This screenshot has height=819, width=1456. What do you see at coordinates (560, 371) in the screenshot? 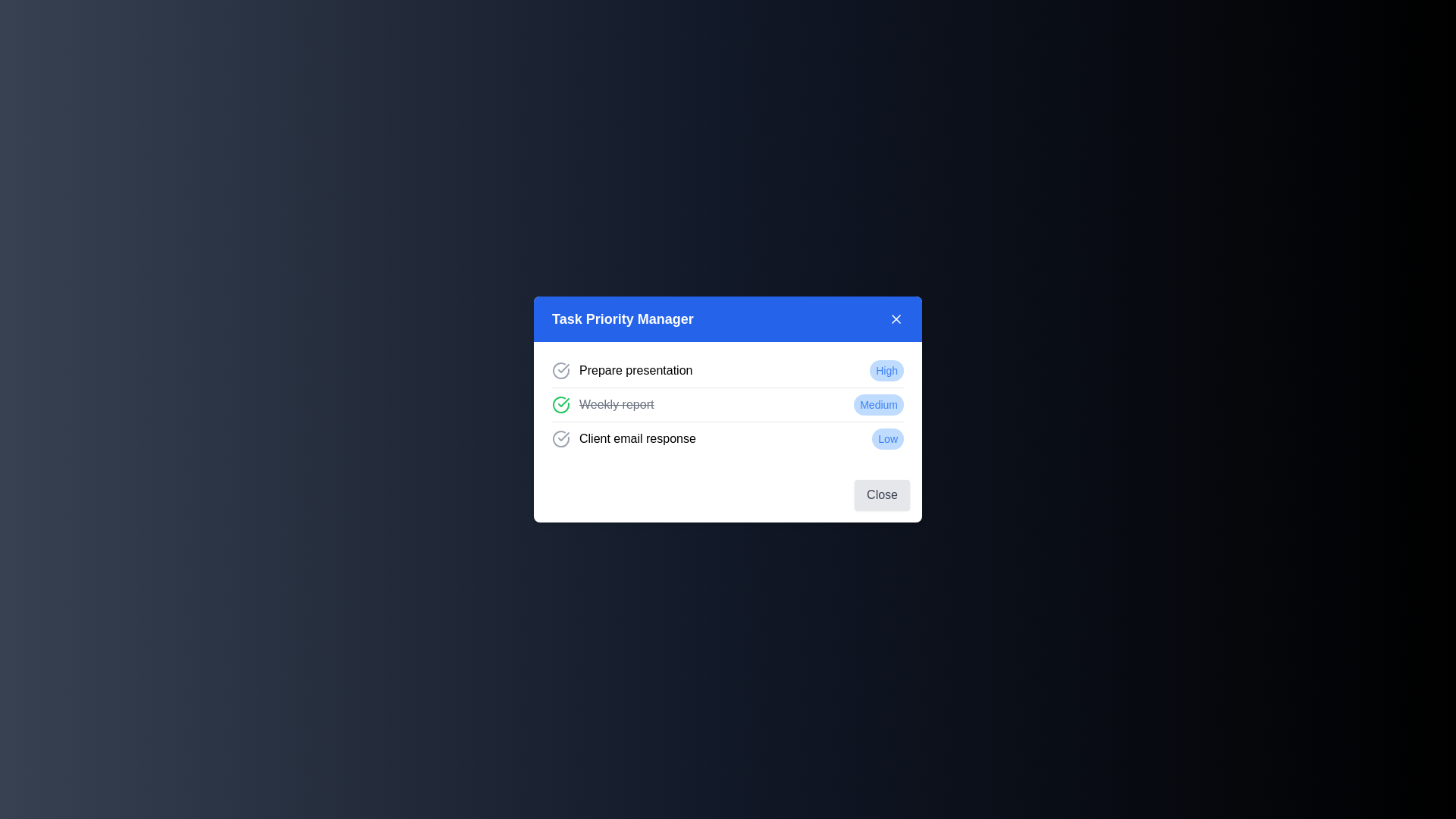
I see `the circular toggle button located in the 'Prepare presentation' line item of the 'Task Priority Manager' interface` at bounding box center [560, 371].